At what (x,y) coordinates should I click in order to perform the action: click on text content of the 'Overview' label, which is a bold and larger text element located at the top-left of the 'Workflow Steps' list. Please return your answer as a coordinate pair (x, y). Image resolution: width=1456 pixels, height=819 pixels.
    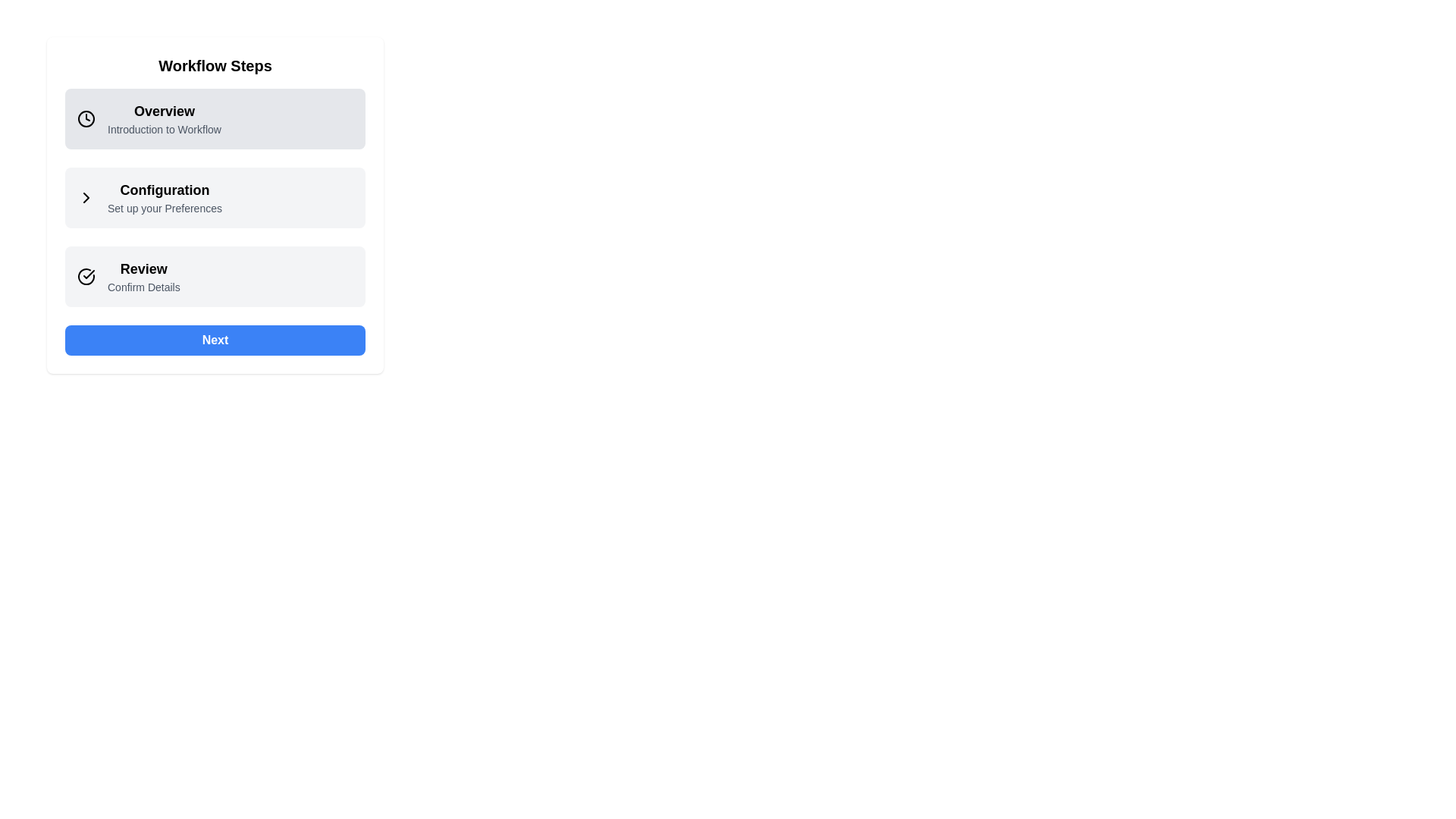
    Looking at the image, I should click on (164, 110).